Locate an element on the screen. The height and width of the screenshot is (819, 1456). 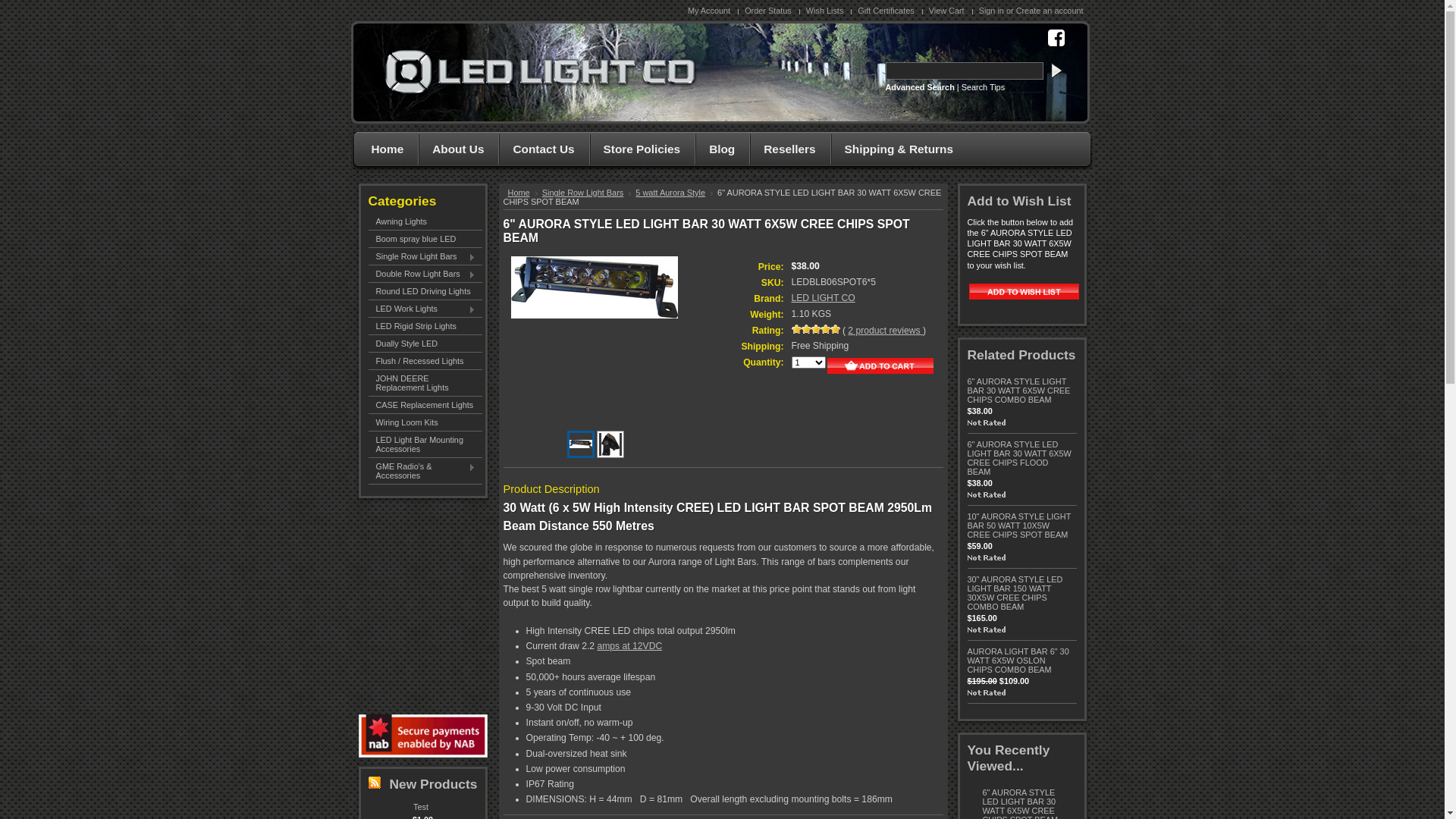
'Round LED Driving Lights' is located at coordinates (425, 291).